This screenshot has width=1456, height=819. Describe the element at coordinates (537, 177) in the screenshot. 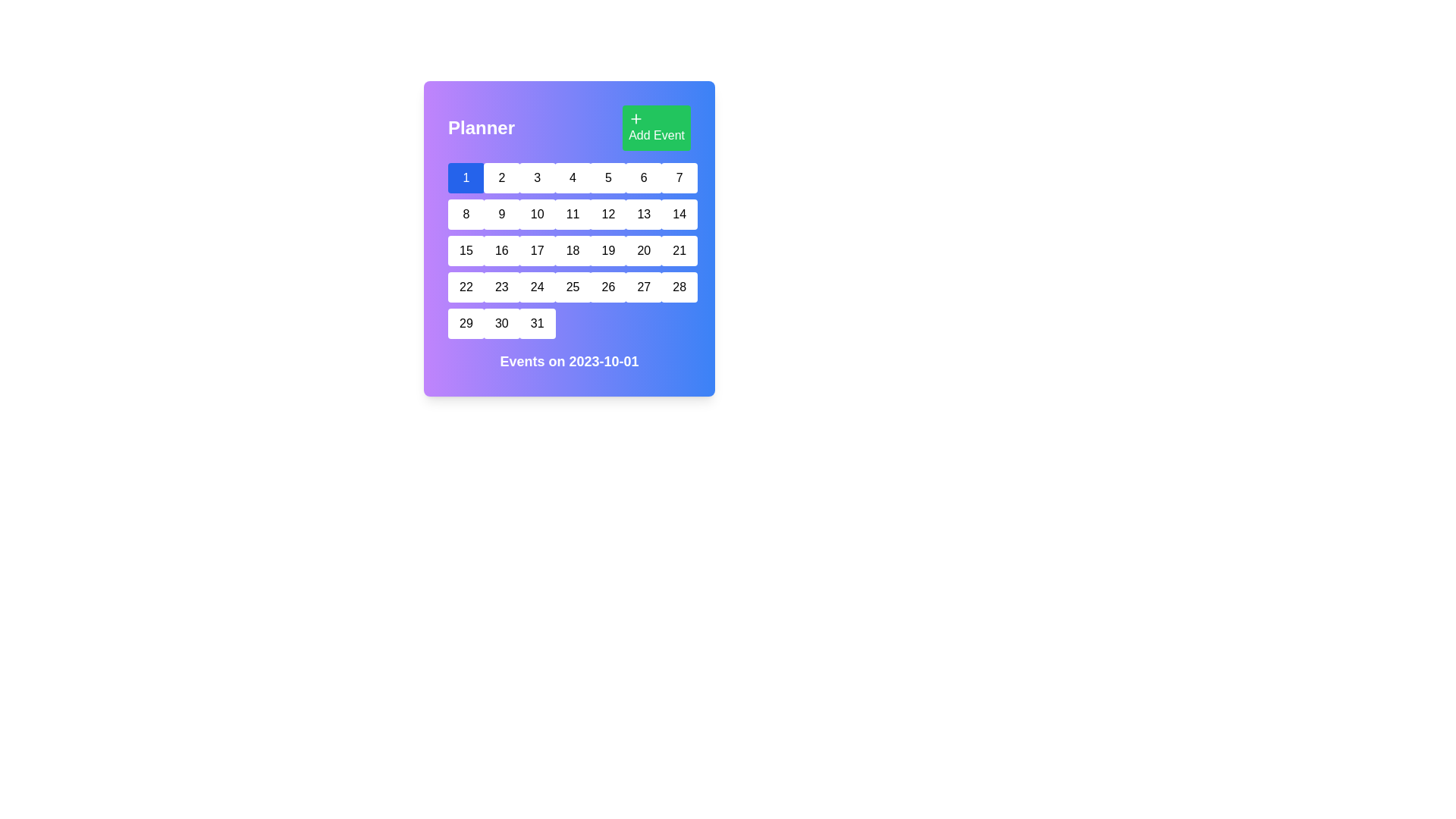

I see `the rounded rectangular button with a white background and black text displaying the number '3'` at that location.